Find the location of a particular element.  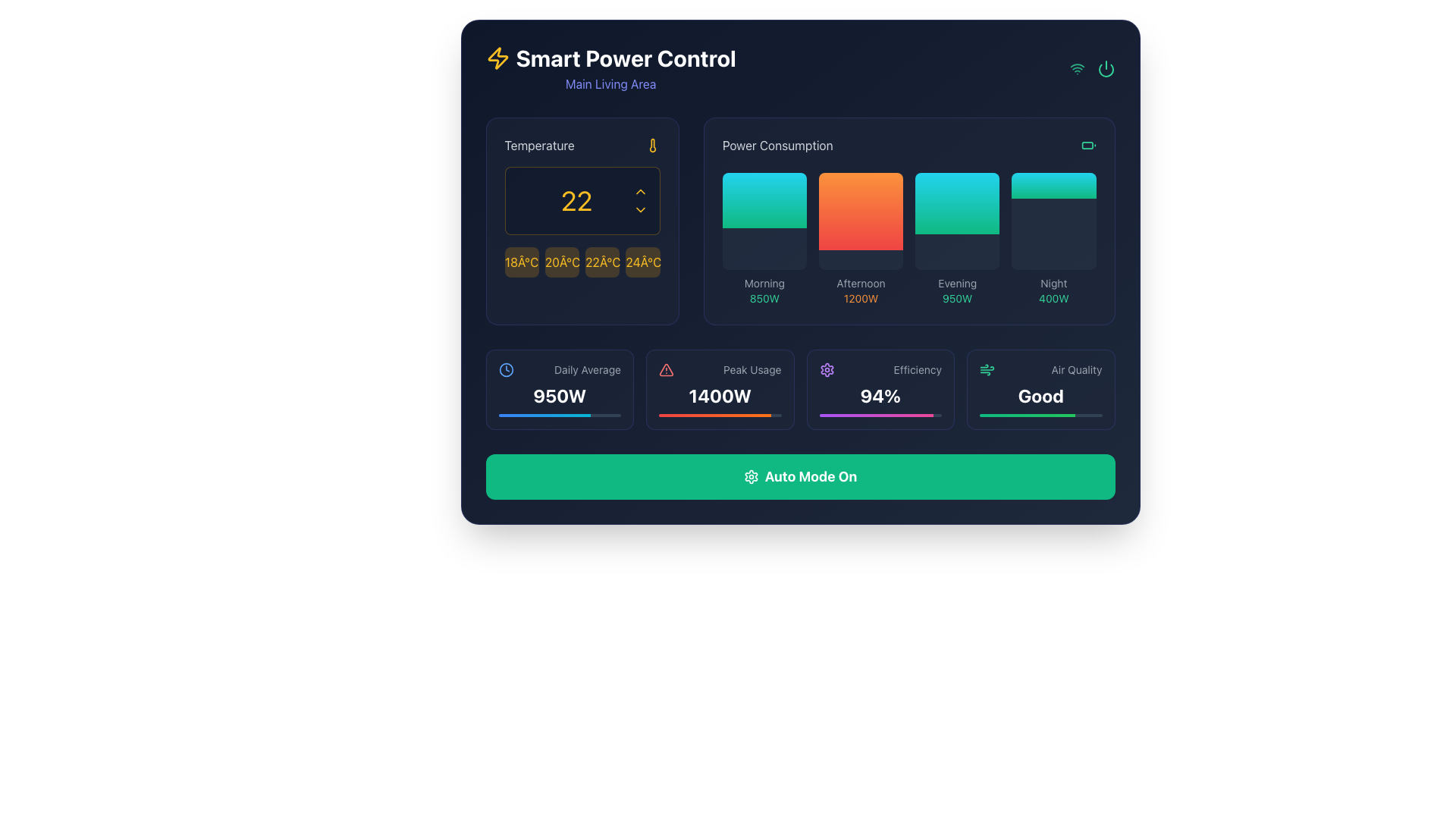

the warning icon in the 'Peak Usage' section located under the 'Power Consumption' heading to get more details about the warning is located at coordinates (666, 369).